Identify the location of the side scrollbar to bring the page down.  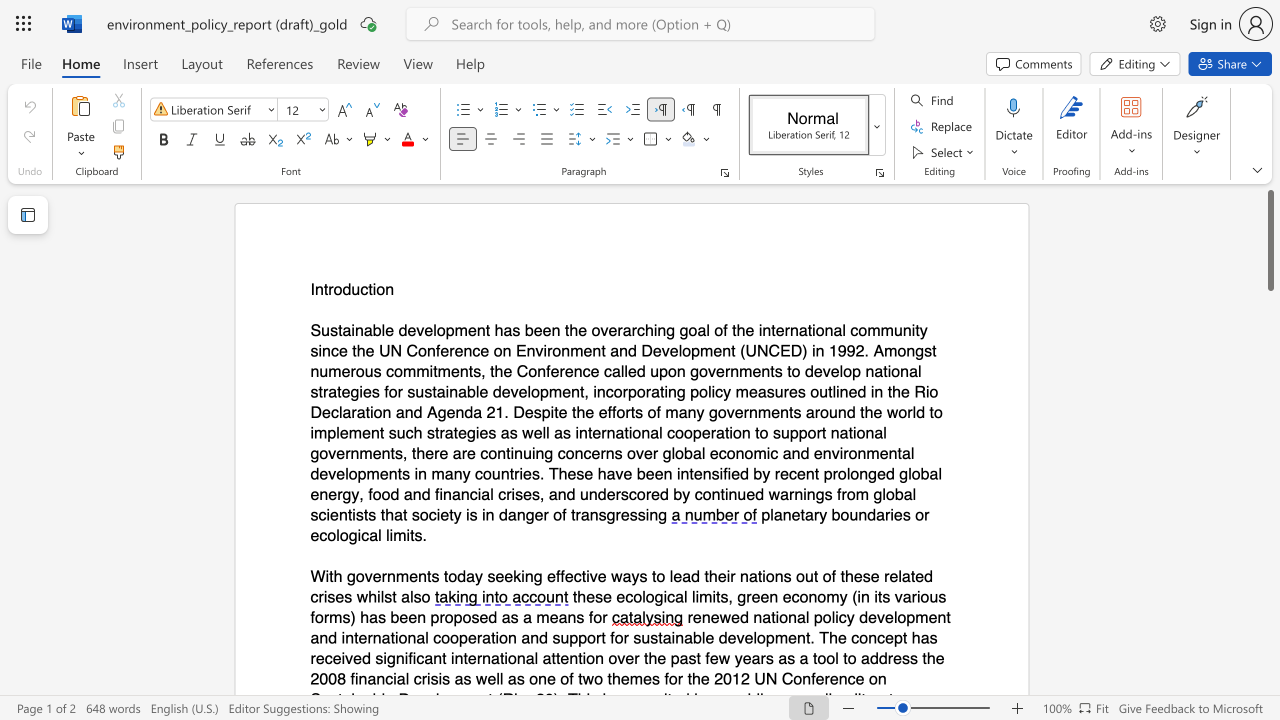
(1269, 498).